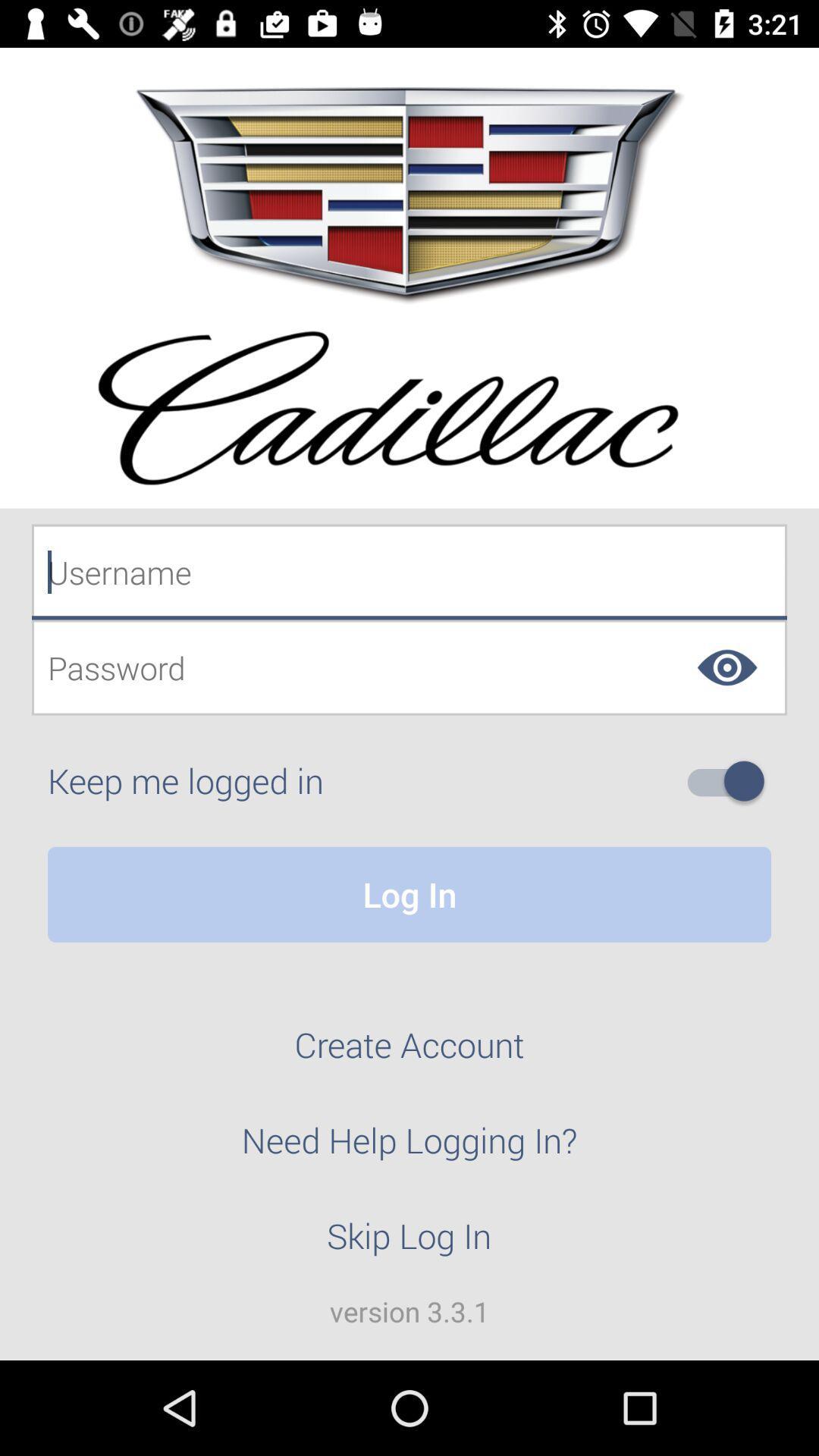  I want to click on fill log in, so click(409, 571).